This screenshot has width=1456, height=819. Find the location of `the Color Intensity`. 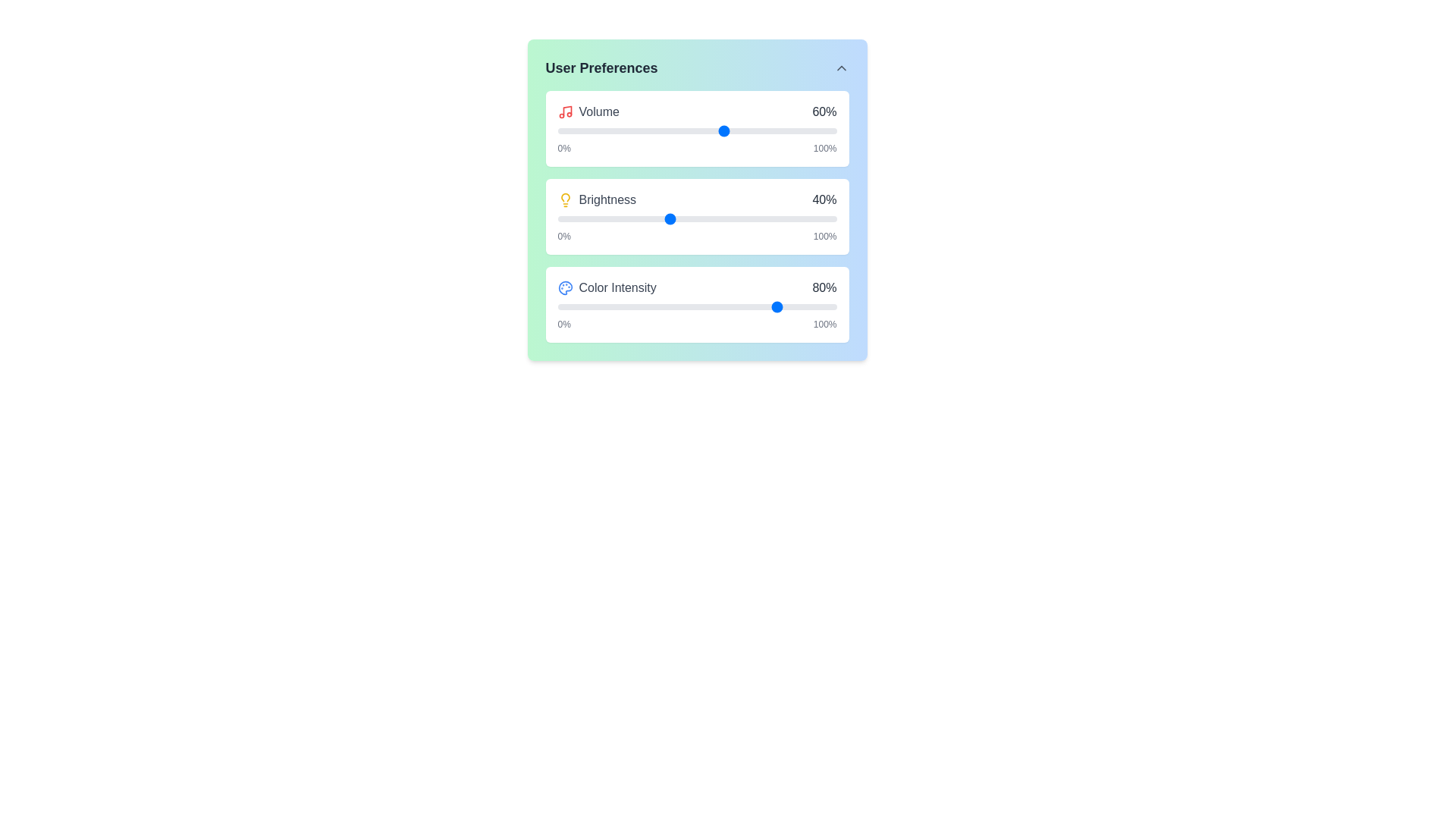

the Color Intensity is located at coordinates (641, 307).